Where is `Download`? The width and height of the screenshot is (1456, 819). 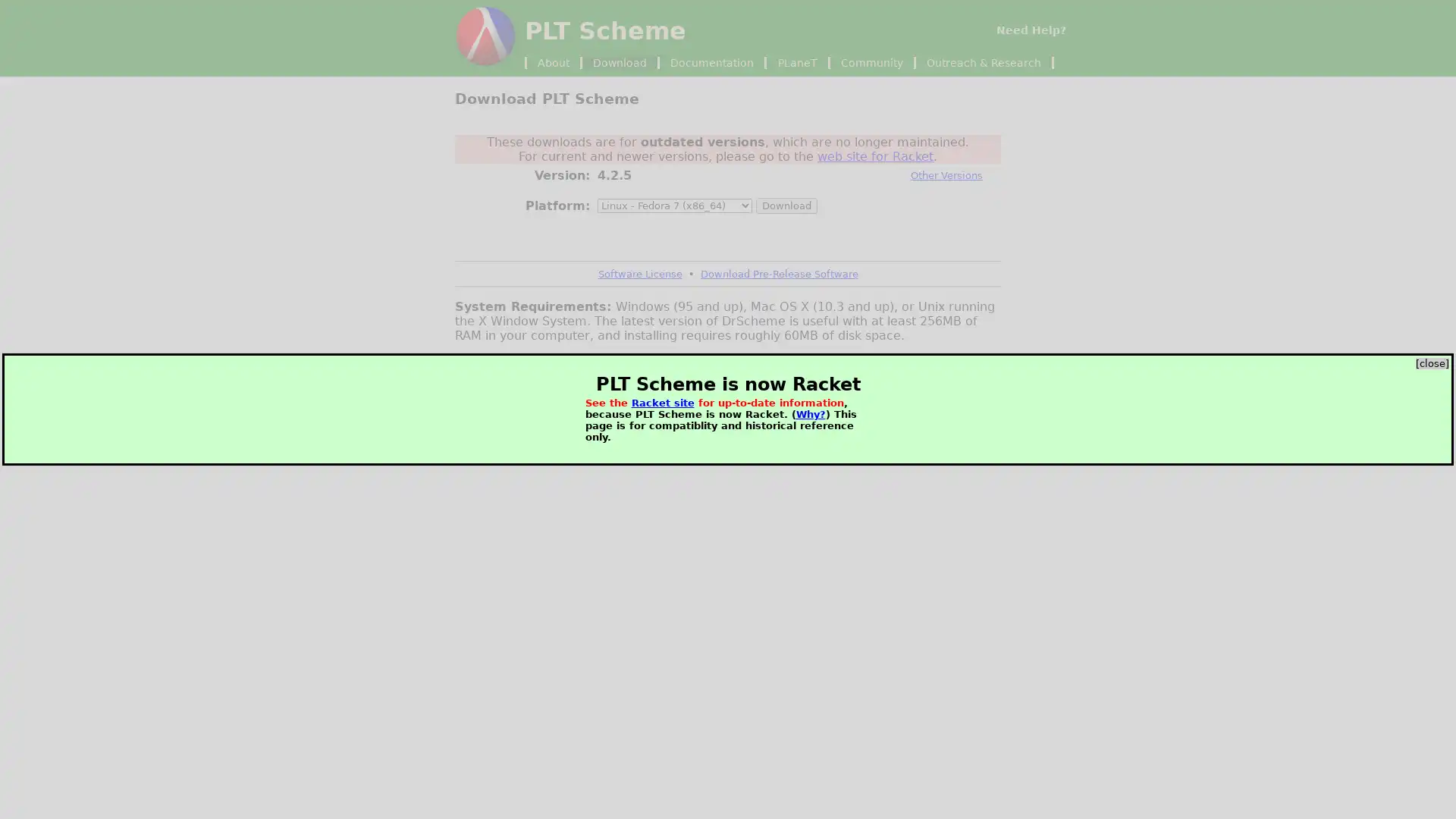 Download is located at coordinates (786, 206).